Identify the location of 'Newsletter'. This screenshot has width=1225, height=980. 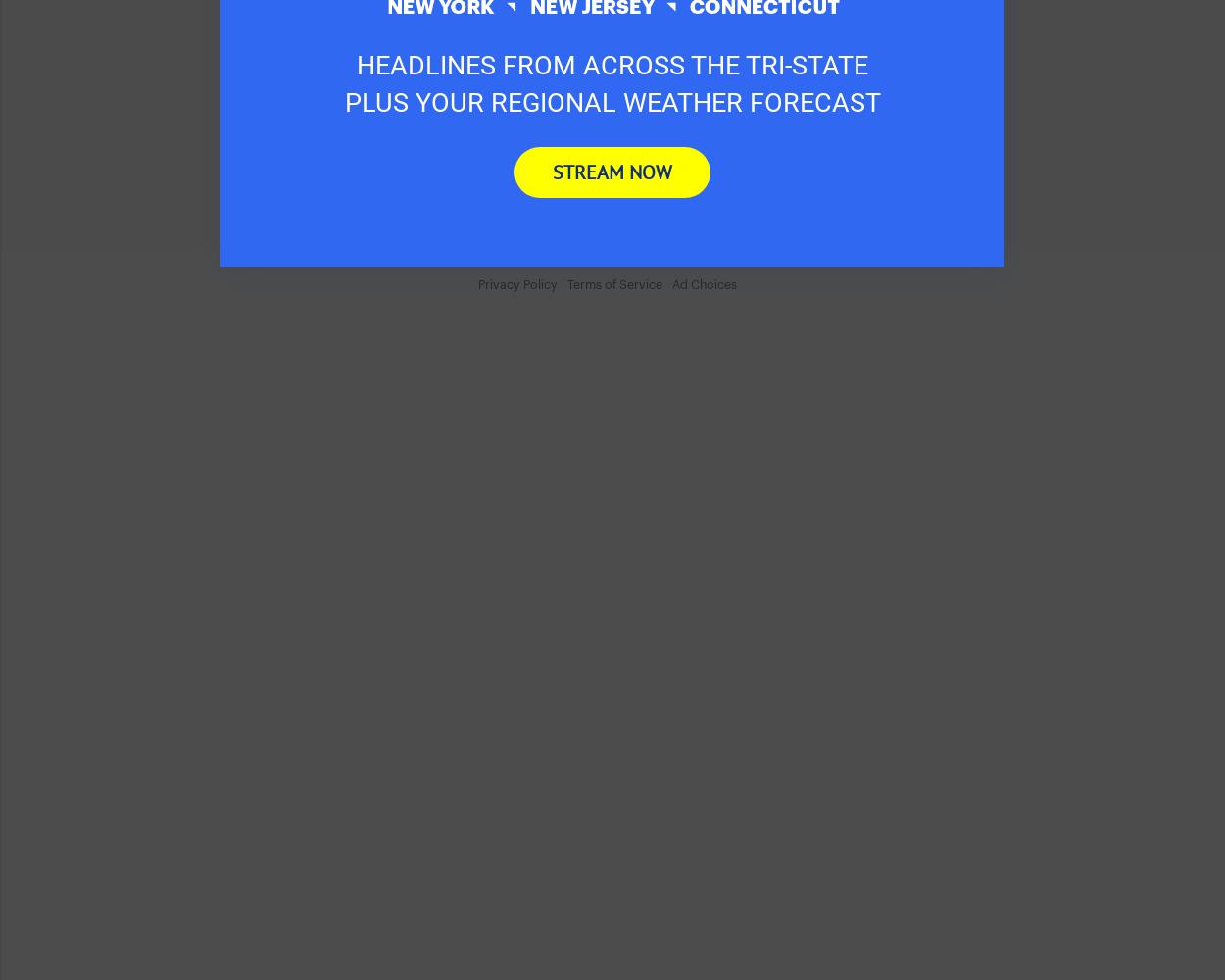
(249, 73).